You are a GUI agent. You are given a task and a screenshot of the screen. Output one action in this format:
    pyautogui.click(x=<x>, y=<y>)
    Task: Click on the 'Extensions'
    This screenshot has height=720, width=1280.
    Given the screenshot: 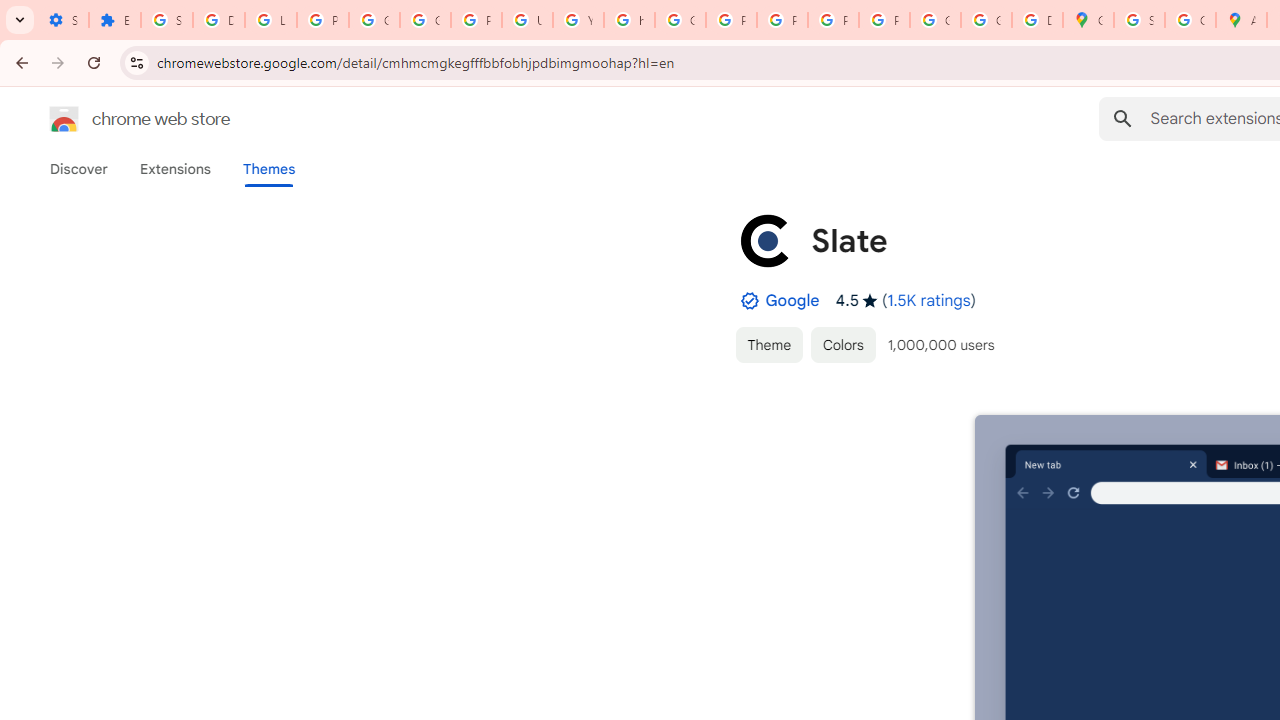 What is the action you would take?
    pyautogui.click(x=174, y=168)
    